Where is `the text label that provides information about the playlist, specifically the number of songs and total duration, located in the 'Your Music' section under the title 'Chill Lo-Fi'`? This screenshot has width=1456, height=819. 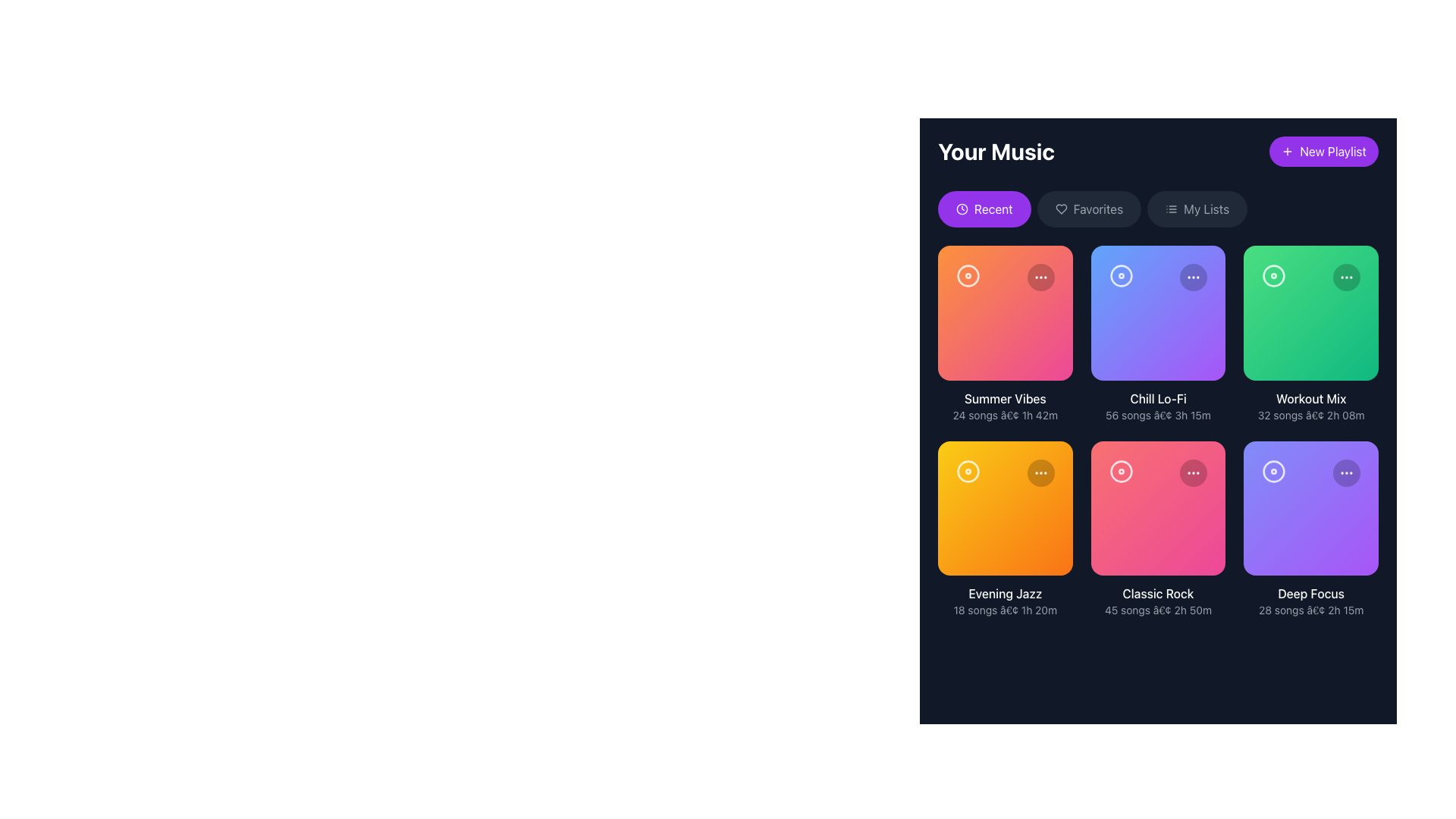 the text label that provides information about the playlist, specifically the number of songs and total duration, located in the 'Your Music' section under the title 'Chill Lo-Fi' is located at coordinates (1157, 415).